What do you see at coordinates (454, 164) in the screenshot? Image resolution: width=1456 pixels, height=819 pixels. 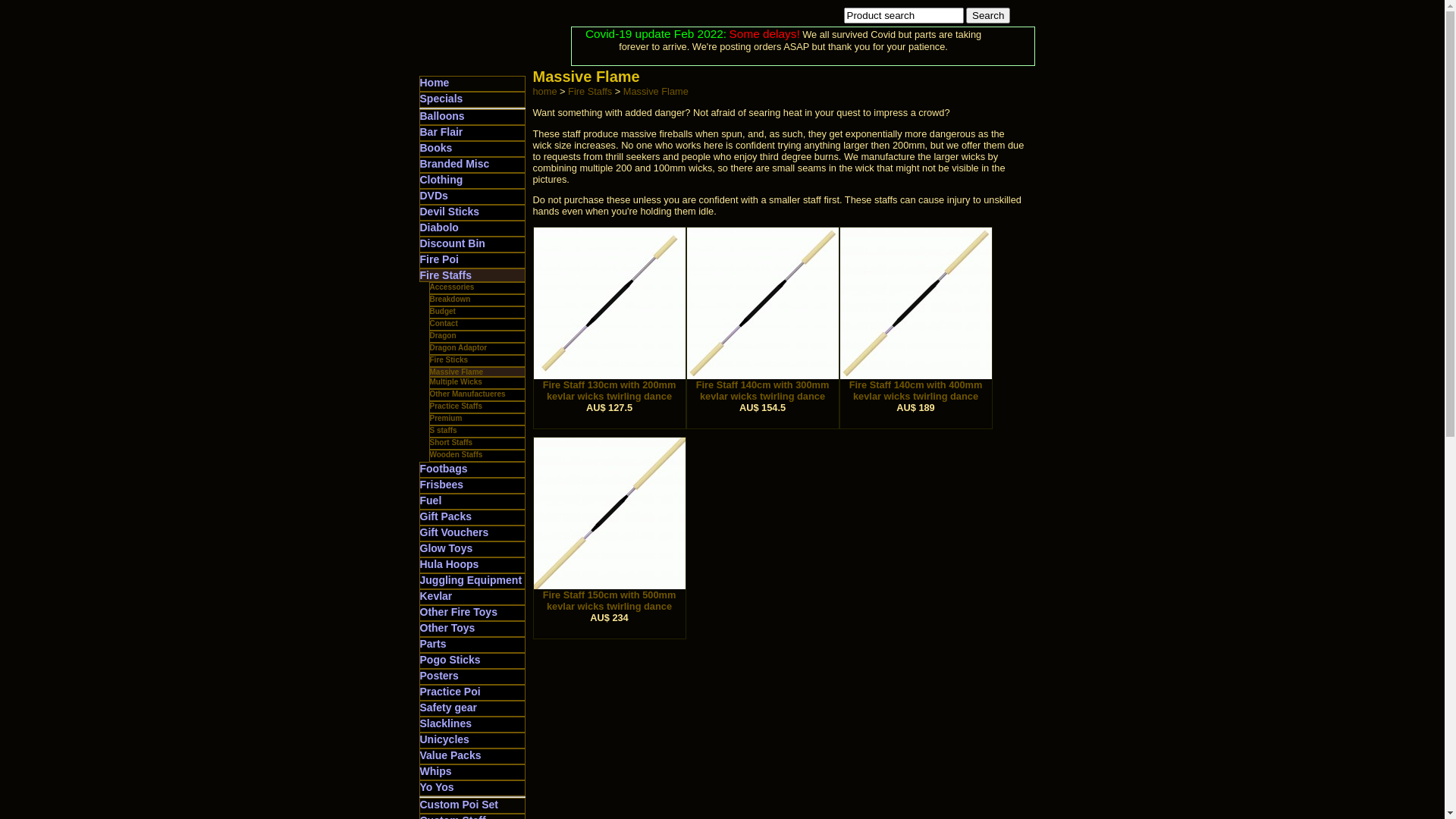 I see `'Branded Misc'` at bounding box center [454, 164].